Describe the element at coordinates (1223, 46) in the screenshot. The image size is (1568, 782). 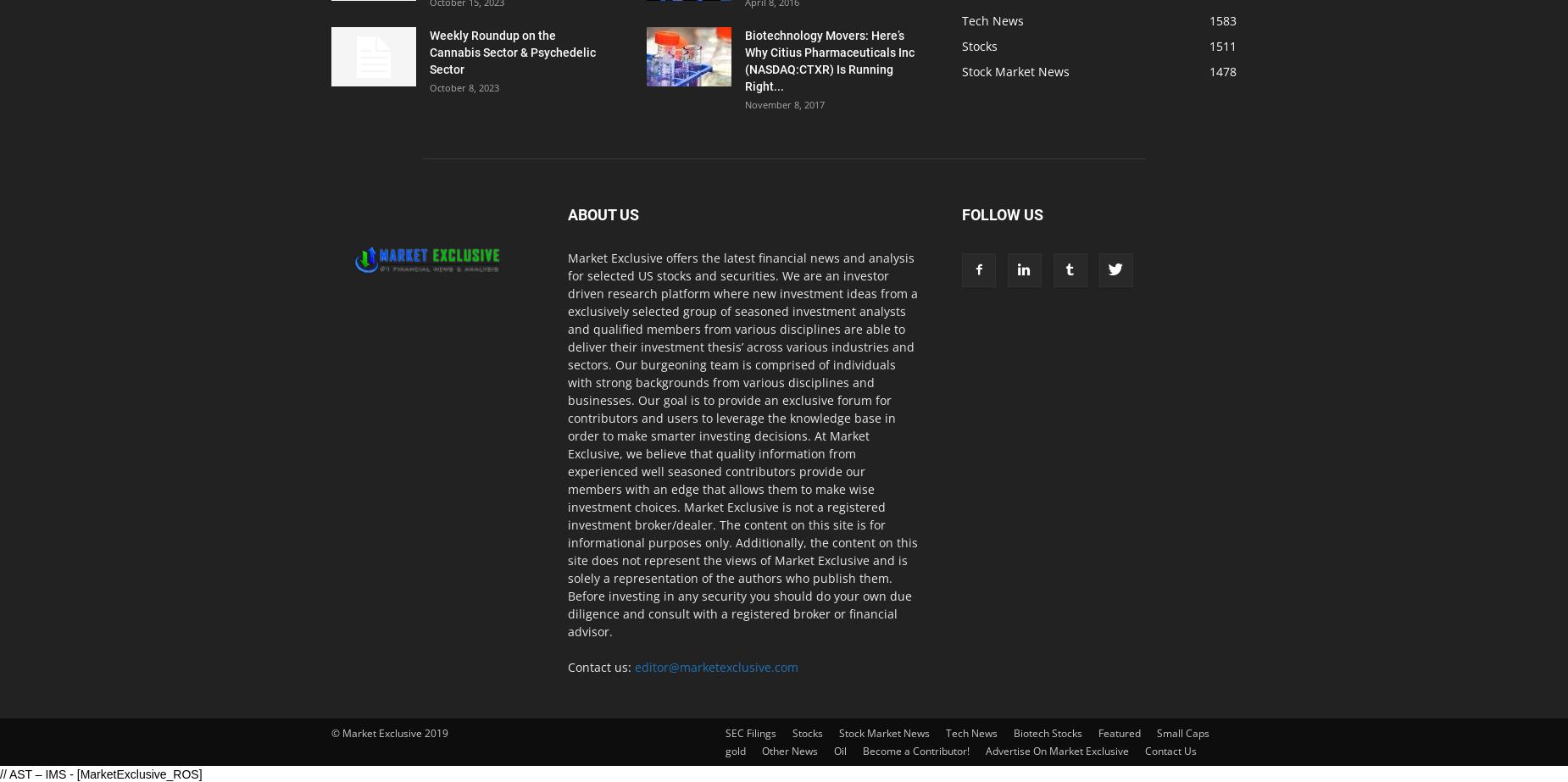
I see `'1511'` at that location.